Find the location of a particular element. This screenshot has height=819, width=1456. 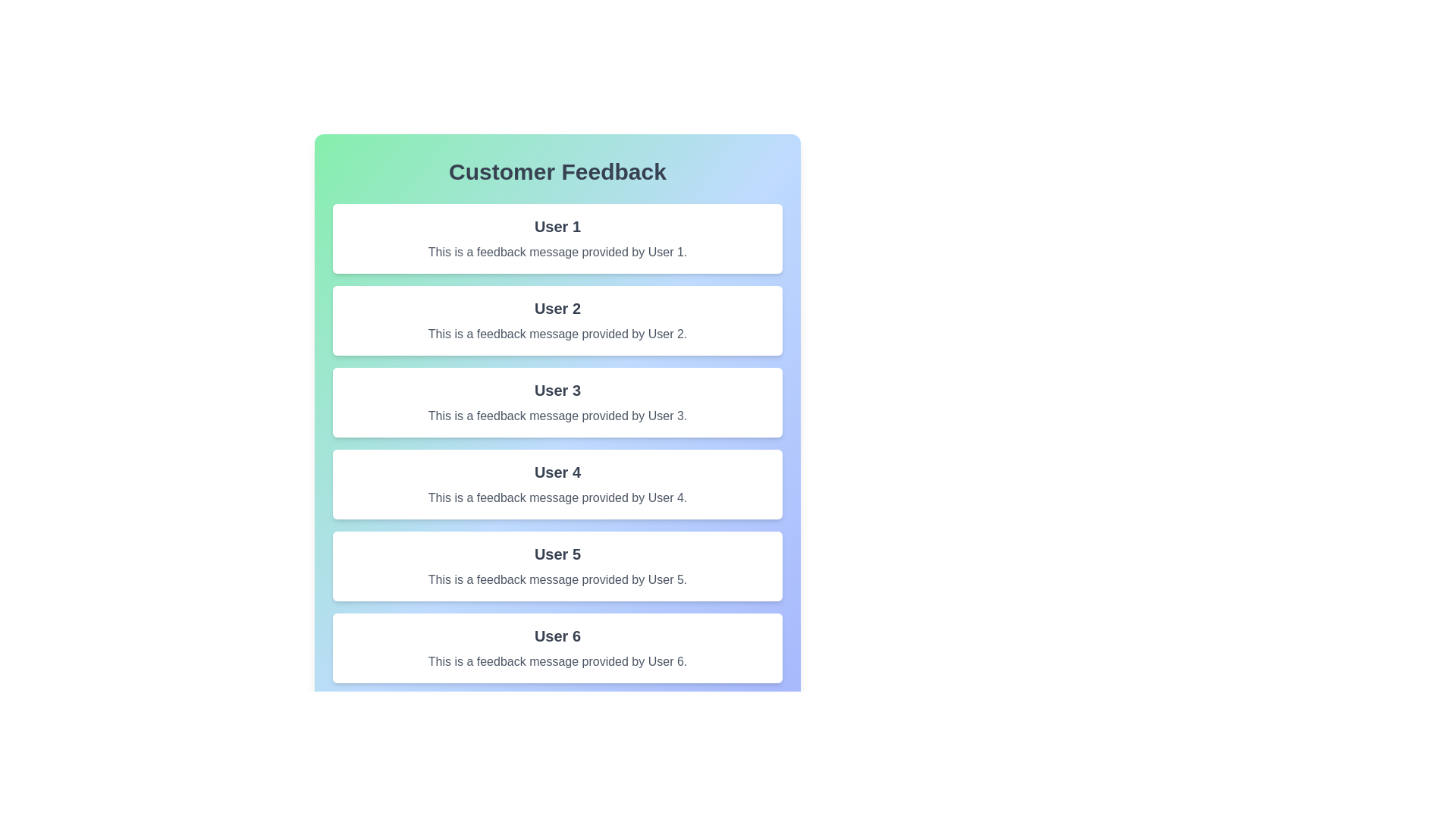

the feedback display box showing 'User 2' and their feedback message, which is the second rectangular section in a vertically stacked list is located at coordinates (557, 320).